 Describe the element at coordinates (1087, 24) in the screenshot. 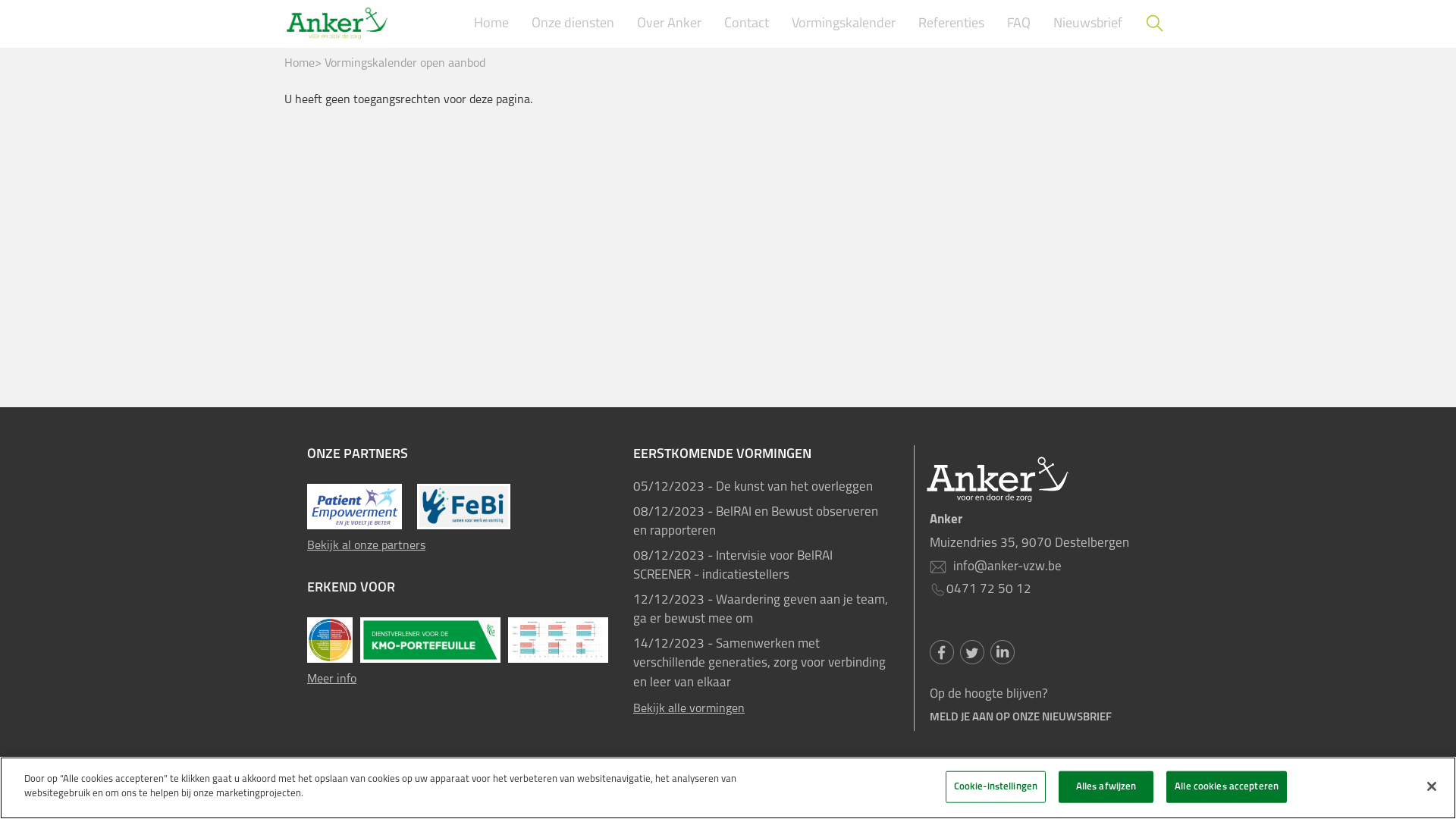

I see `'Nieuwsbrief'` at that location.